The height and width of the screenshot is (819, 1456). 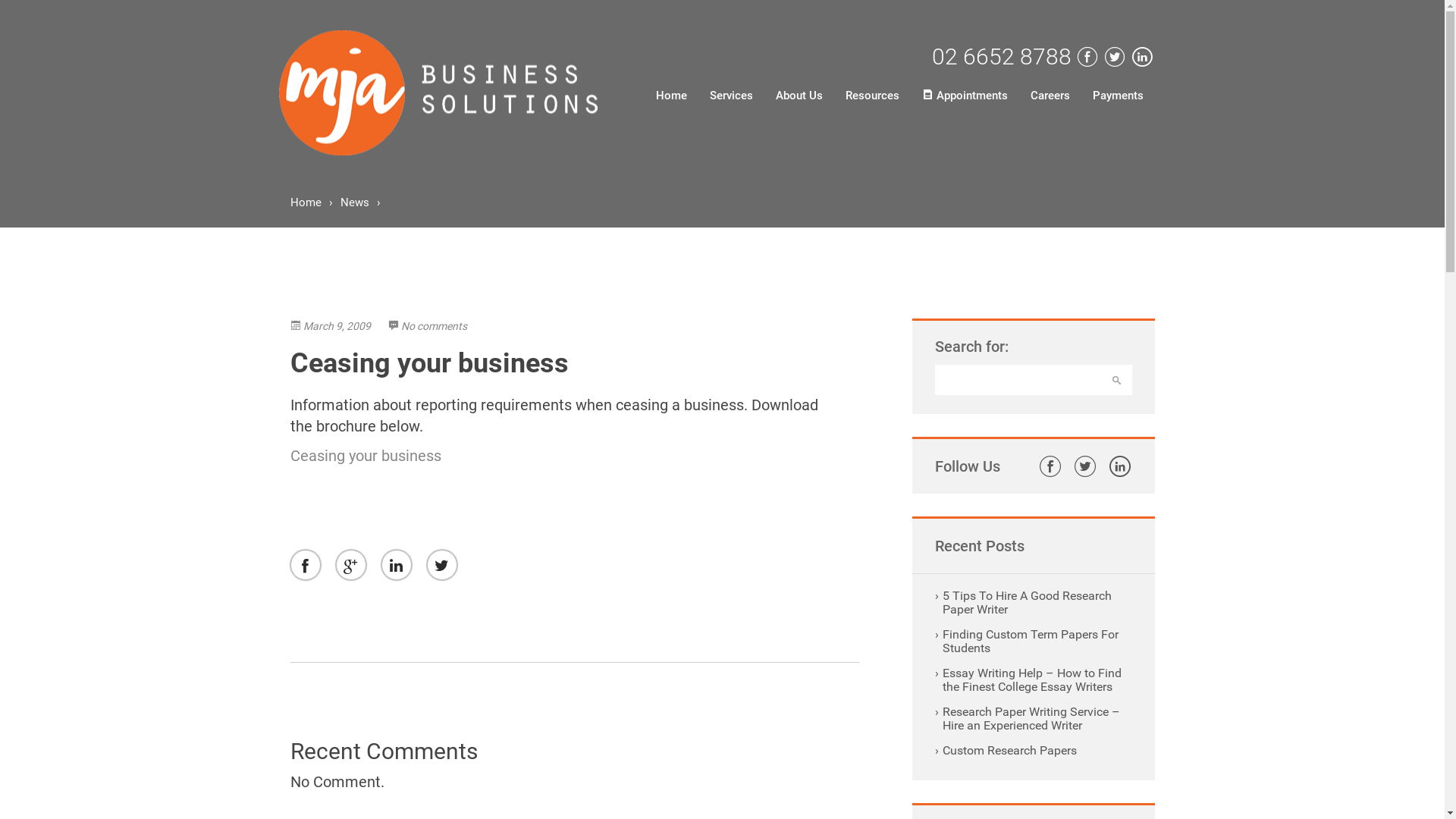 I want to click on 'Appointments', so click(x=963, y=96).